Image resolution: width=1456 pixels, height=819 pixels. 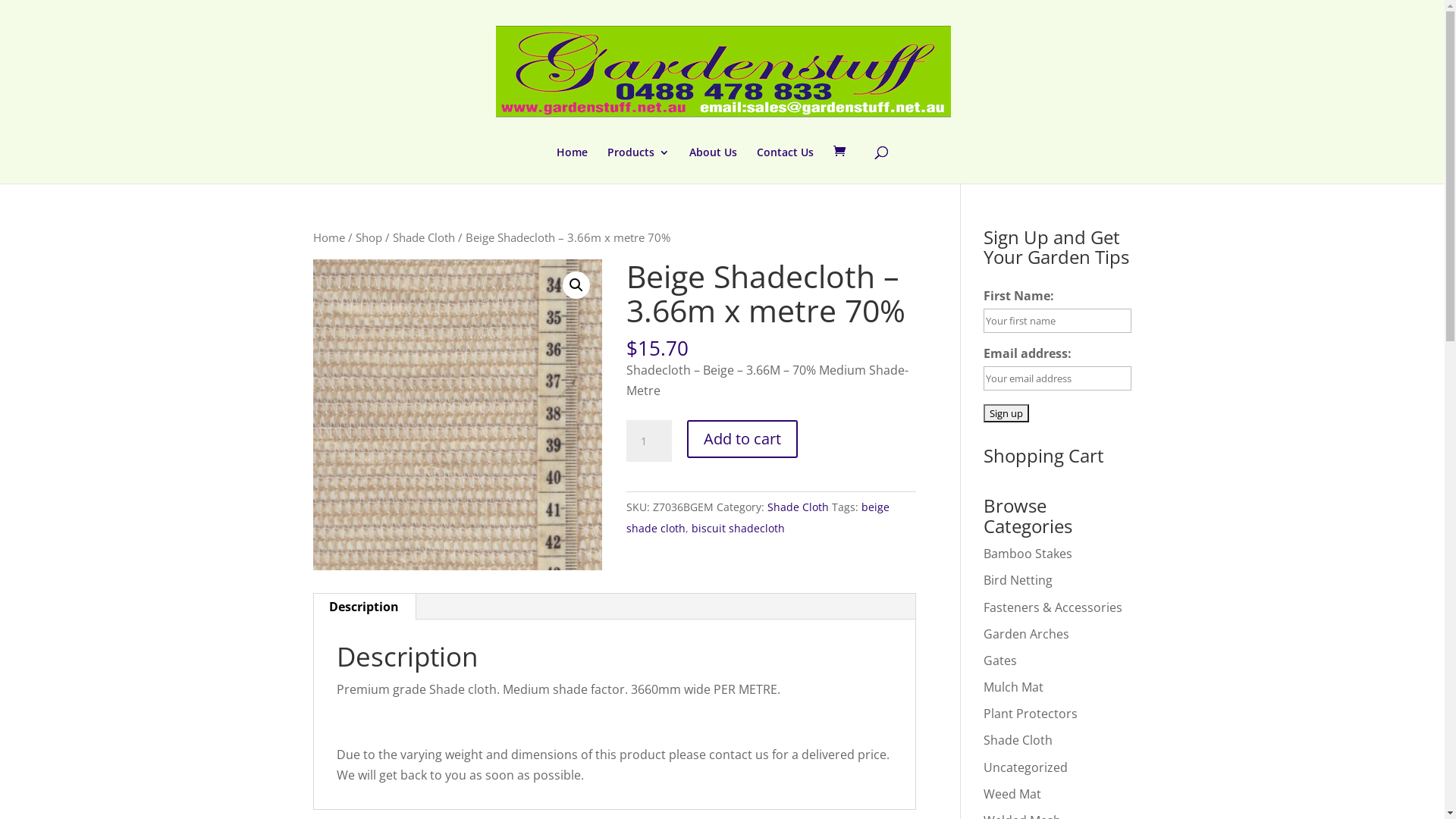 What do you see at coordinates (648, 441) in the screenshot?
I see `'Qty'` at bounding box center [648, 441].